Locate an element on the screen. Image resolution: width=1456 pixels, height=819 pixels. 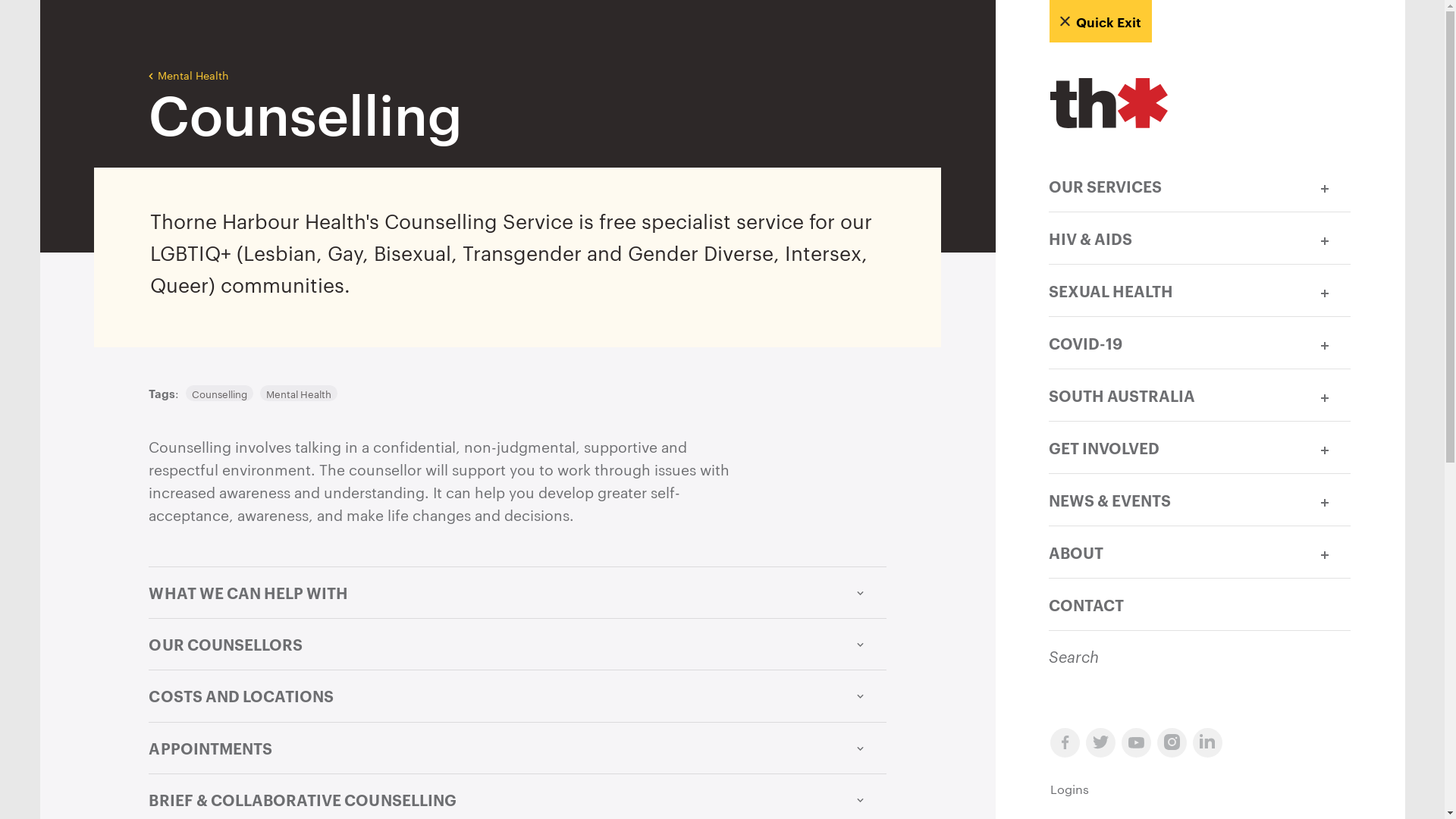
'facebook-symbol' is located at coordinates (1066, 742).